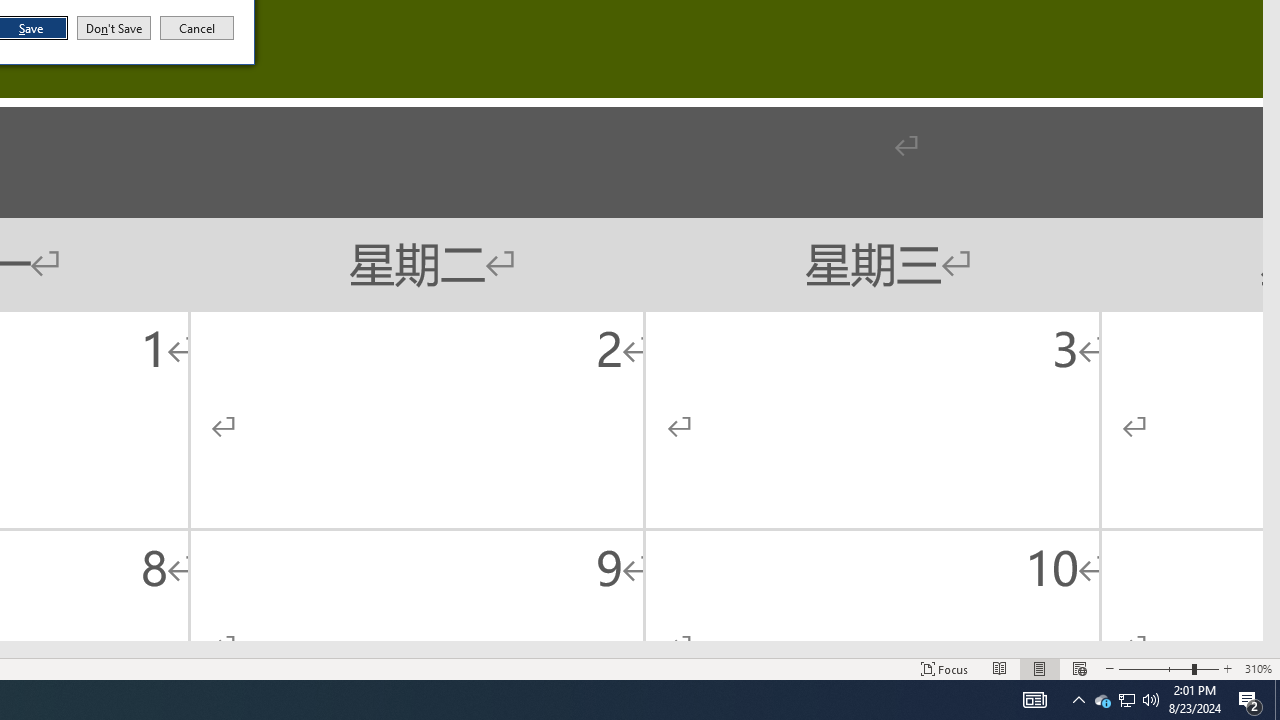 Image resolution: width=1280 pixels, height=720 pixels. Describe the element at coordinates (1168, 669) in the screenshot. I see `'Zoom'` at that location.